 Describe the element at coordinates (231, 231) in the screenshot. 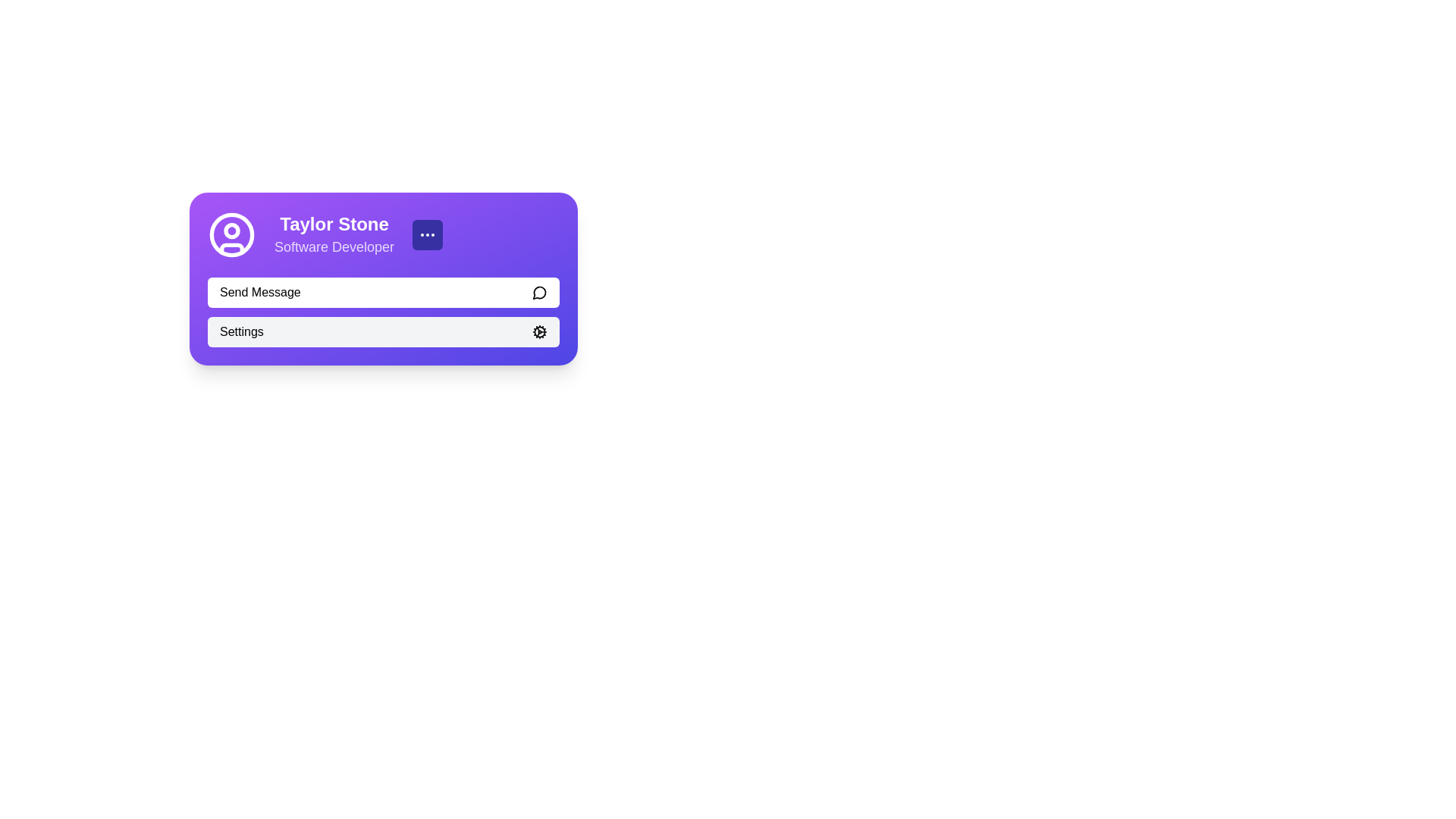

I see `or highlight the decorative SVG Circle located at the top center of the user profile icon for visual purposes` at that location.